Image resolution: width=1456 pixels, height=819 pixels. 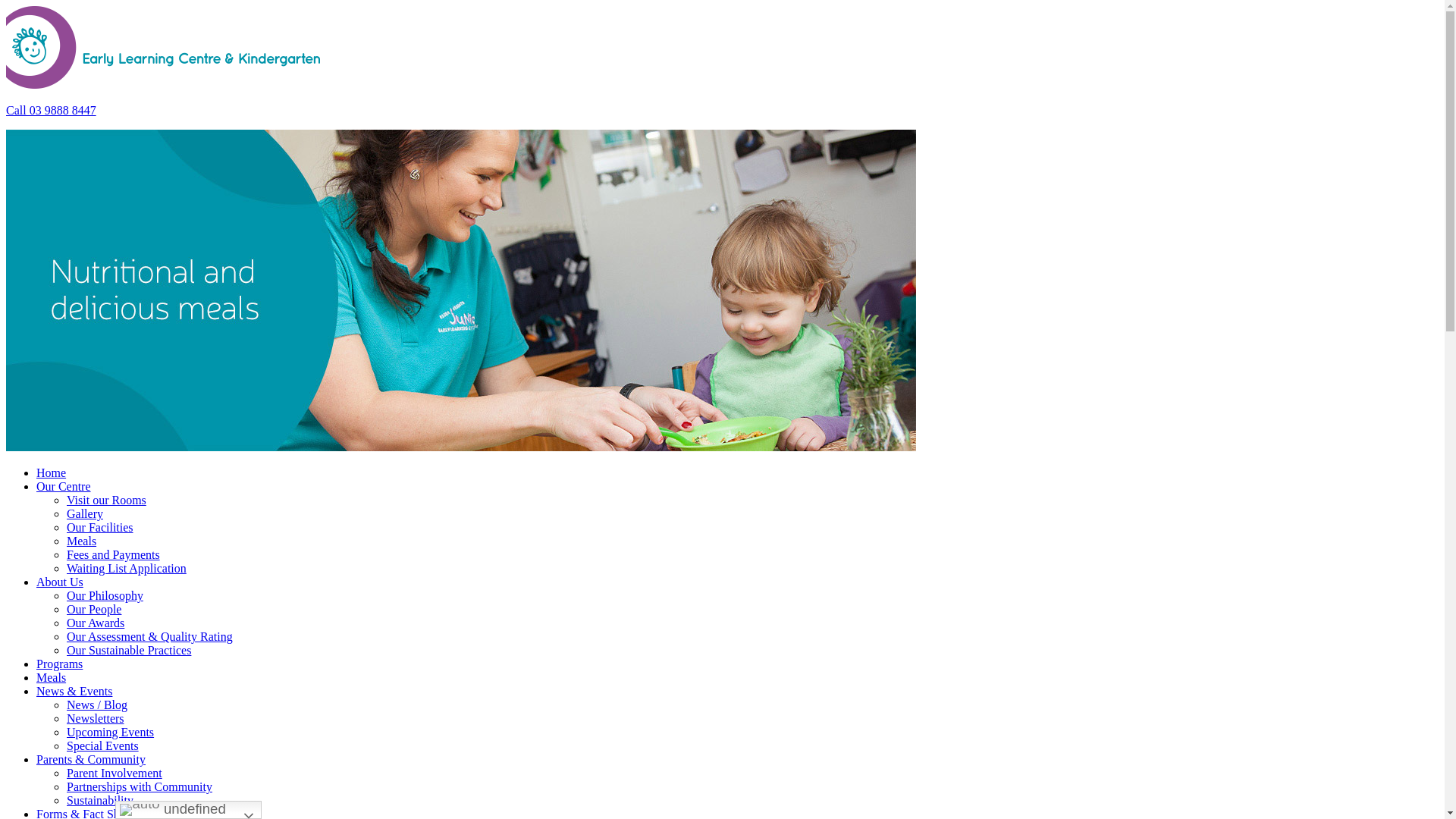 What do you see at coordinates (105, 500) in the screenshot?
I see `'Visit our Rooms'` at bounding box center [105, 500].